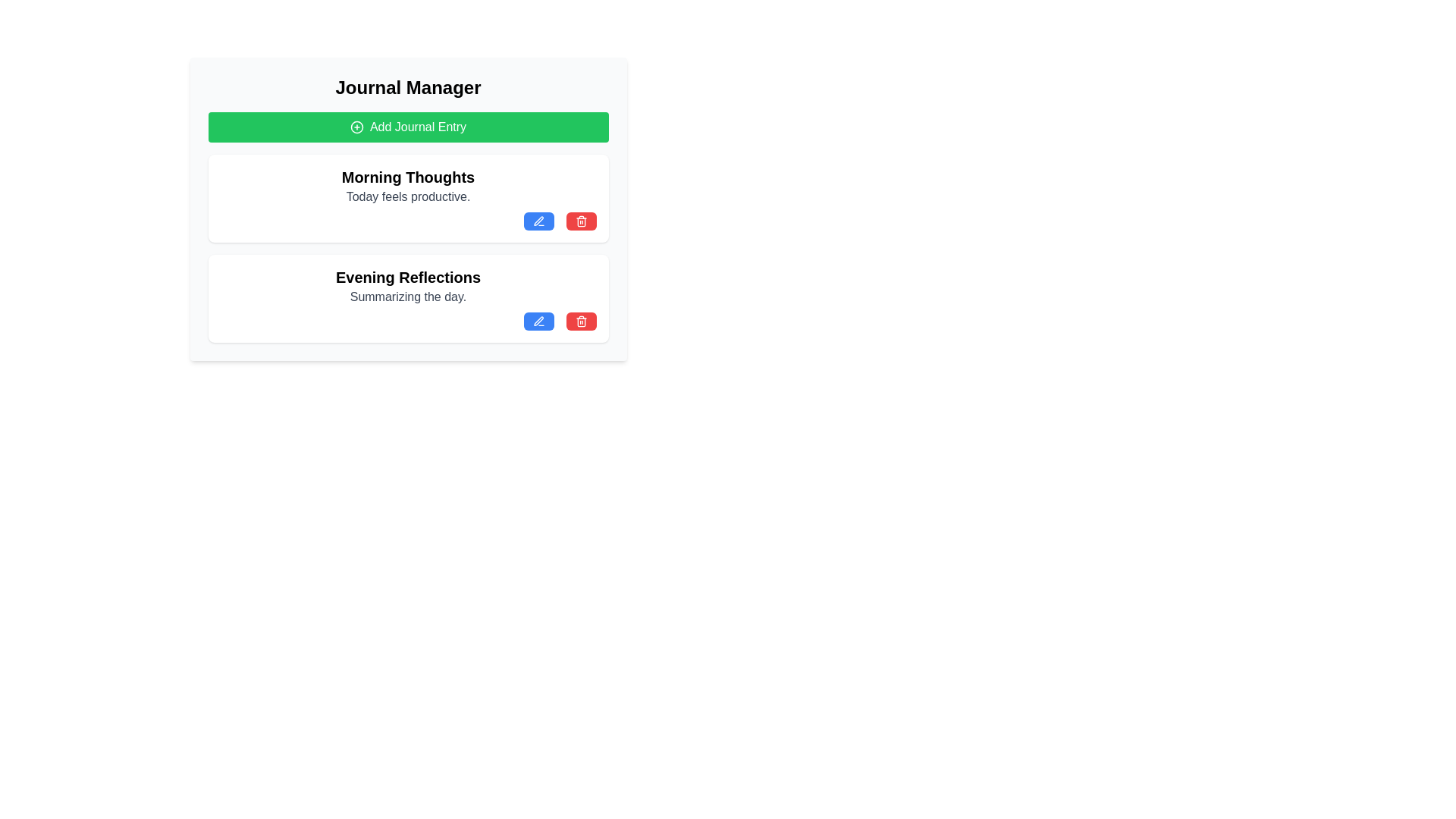 The height and width of the screenshot is (819, 1456). Describe the element at coordinates (538, 321) in the screenshot. I see `the button with a pen icon, which is the leftmost button in the set associated with the 'Evening Reflections' journal entry` at that location.